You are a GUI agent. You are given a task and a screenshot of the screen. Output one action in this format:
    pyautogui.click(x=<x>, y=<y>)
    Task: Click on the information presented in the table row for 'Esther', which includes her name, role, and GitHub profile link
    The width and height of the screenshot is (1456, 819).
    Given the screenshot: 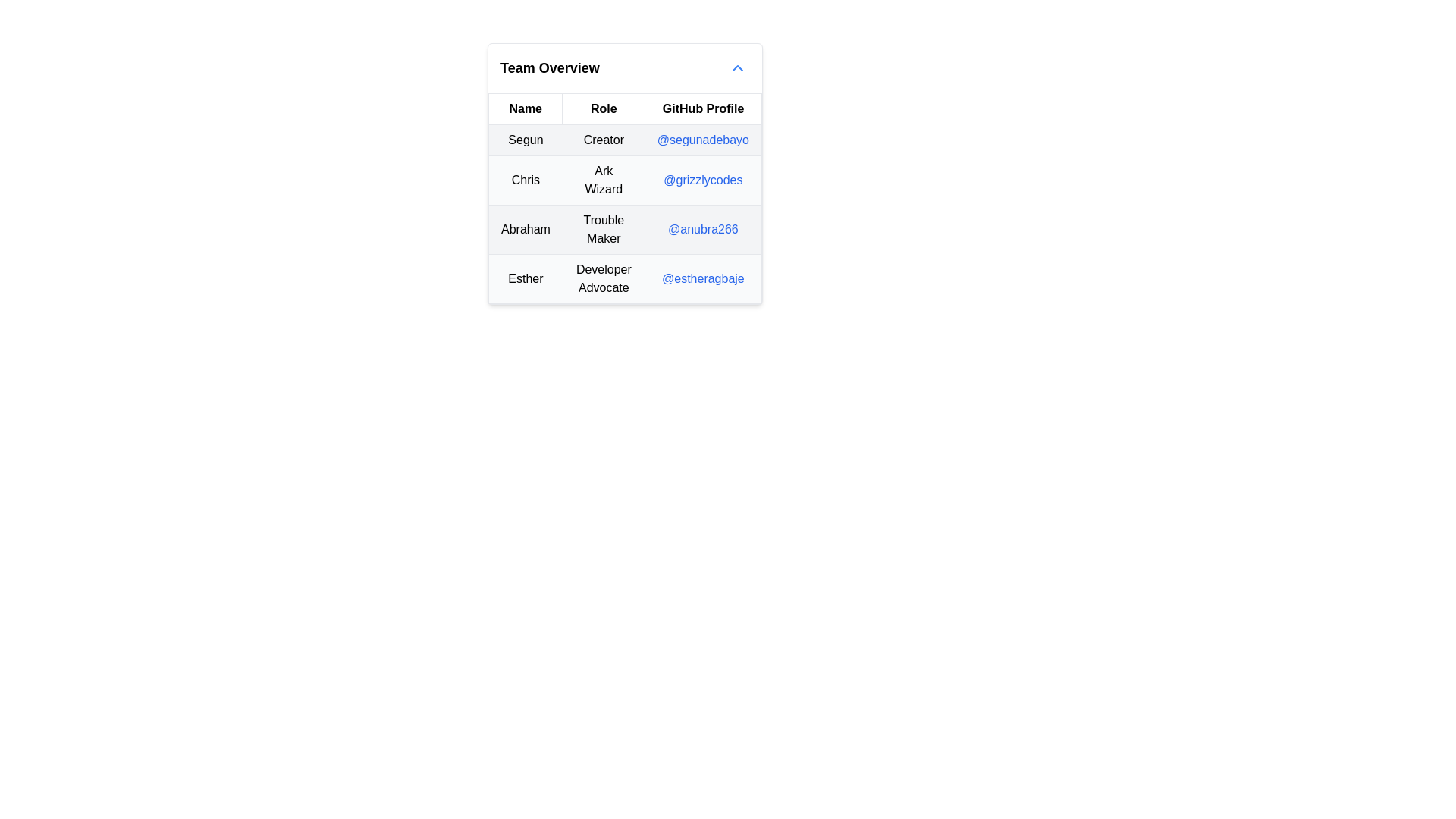 What is the action you would take?
    pyautogui.click(x=625, y=278)
    